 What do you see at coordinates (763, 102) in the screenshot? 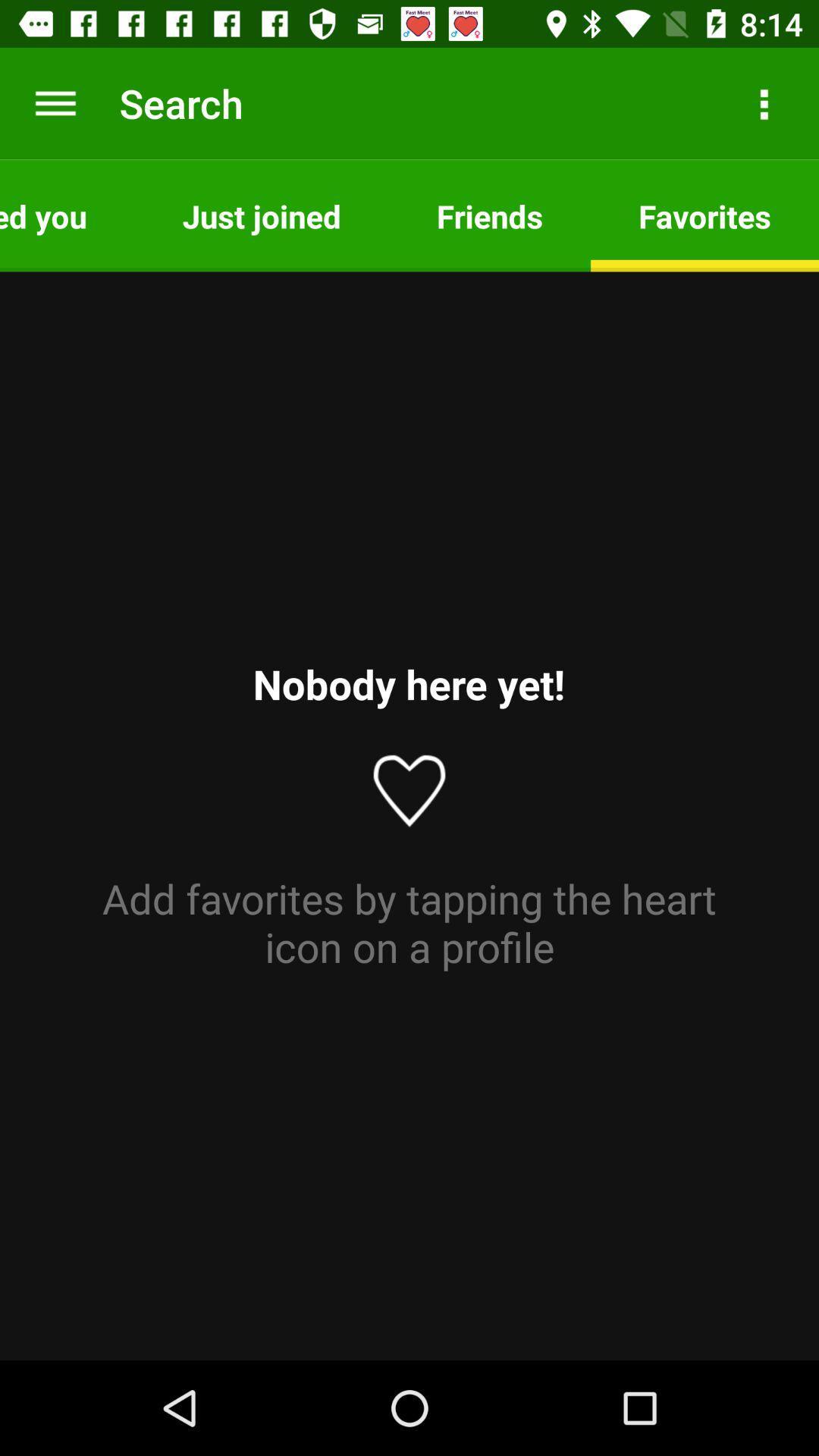
I see `icon next to friends item` at bounding box center [763, 102].